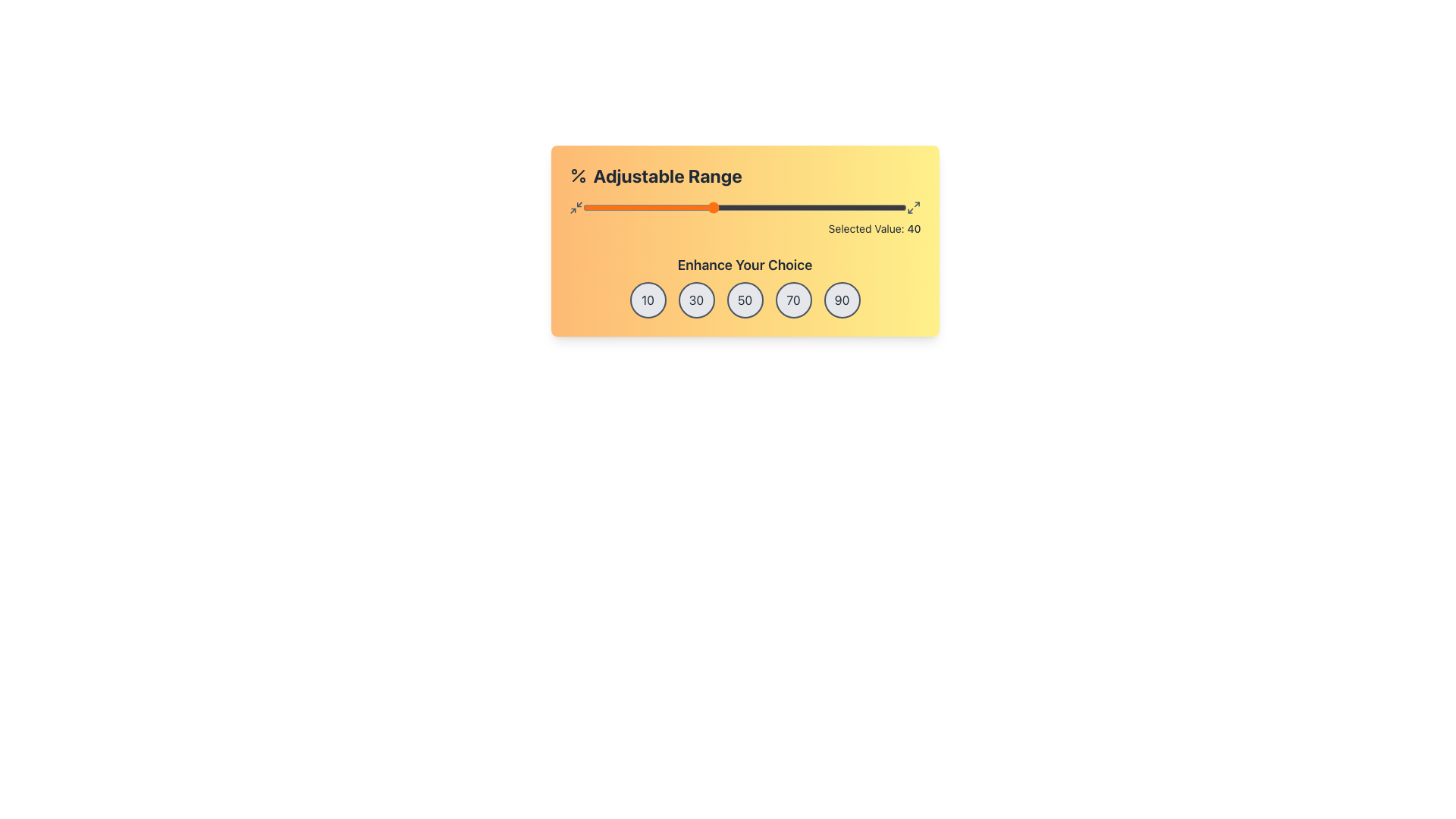 The image size is (1456, 819). Describe the element at coordinates (708, 207) in the screenshot. I see `the slider value` at that location.